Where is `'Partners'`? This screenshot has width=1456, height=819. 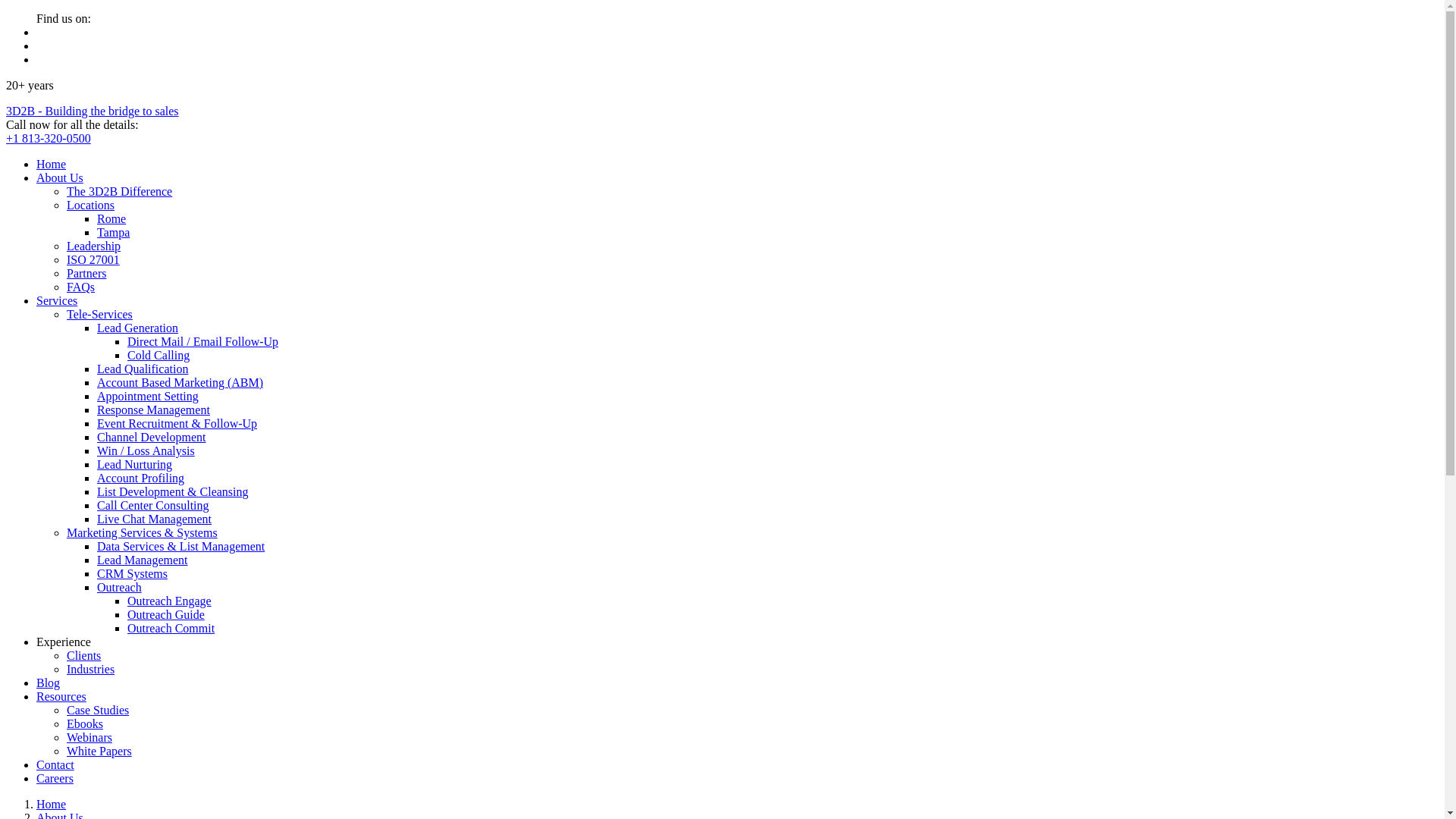
'Partners' is located at coordinates (86, 273).